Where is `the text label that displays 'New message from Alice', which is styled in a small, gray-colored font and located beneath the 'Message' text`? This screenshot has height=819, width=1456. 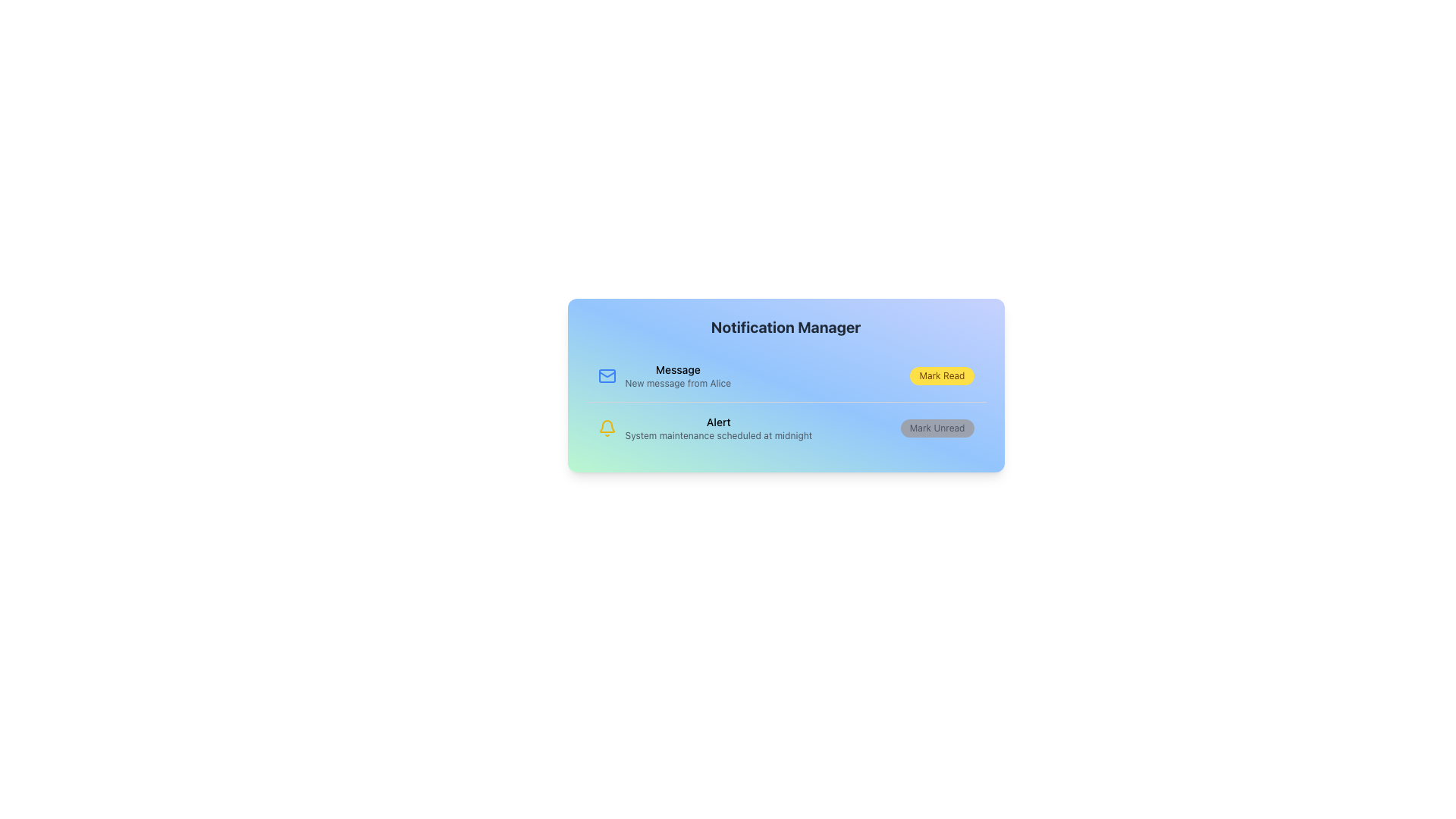 the text label that displays 'New message from Alice', which is styled in a small, gray-colored font and located beneath the 'Message' text is located at coordinates (677, 382).